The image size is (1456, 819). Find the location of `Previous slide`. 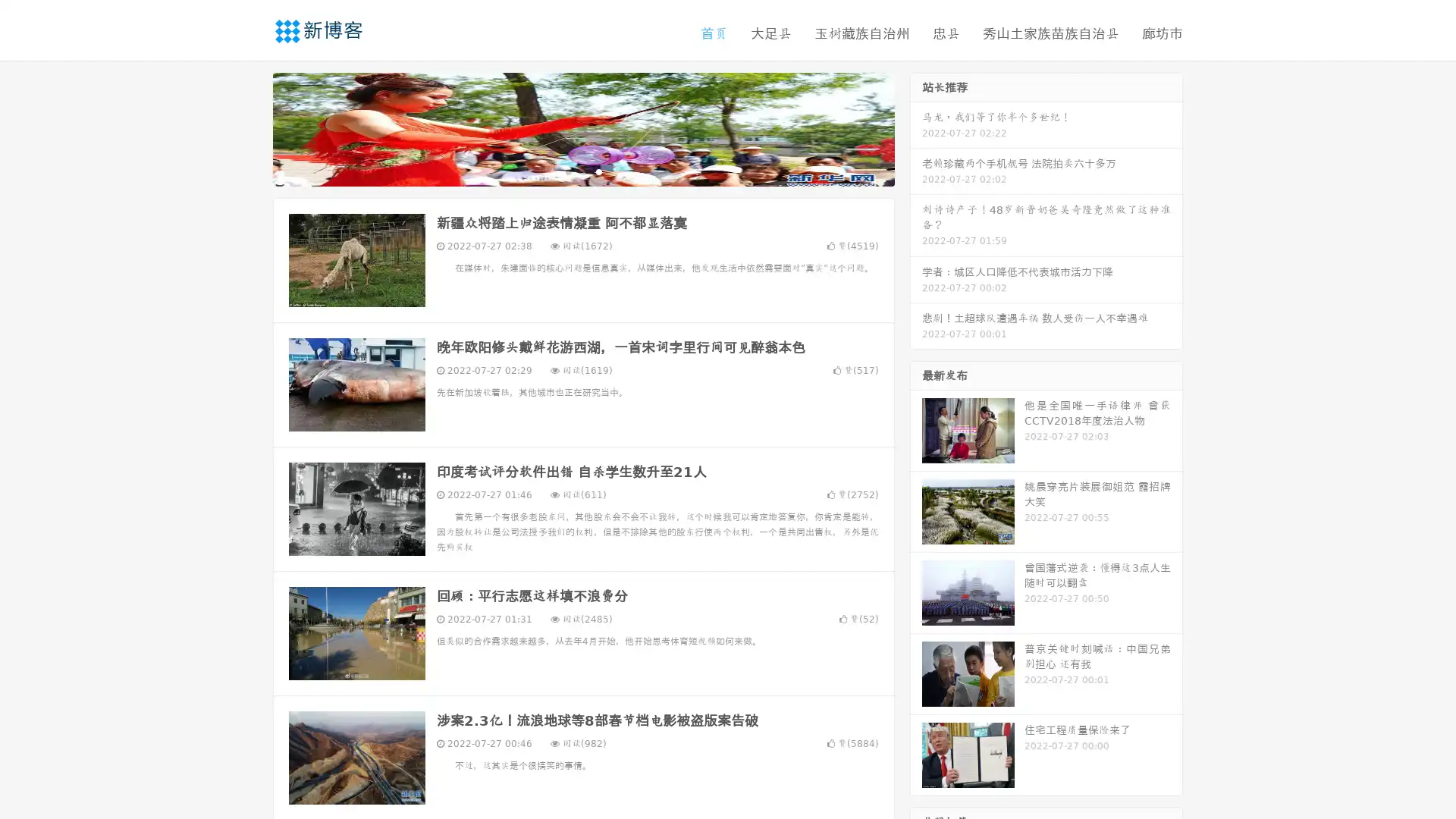

Previous slide is located at coordinates (250, 127).